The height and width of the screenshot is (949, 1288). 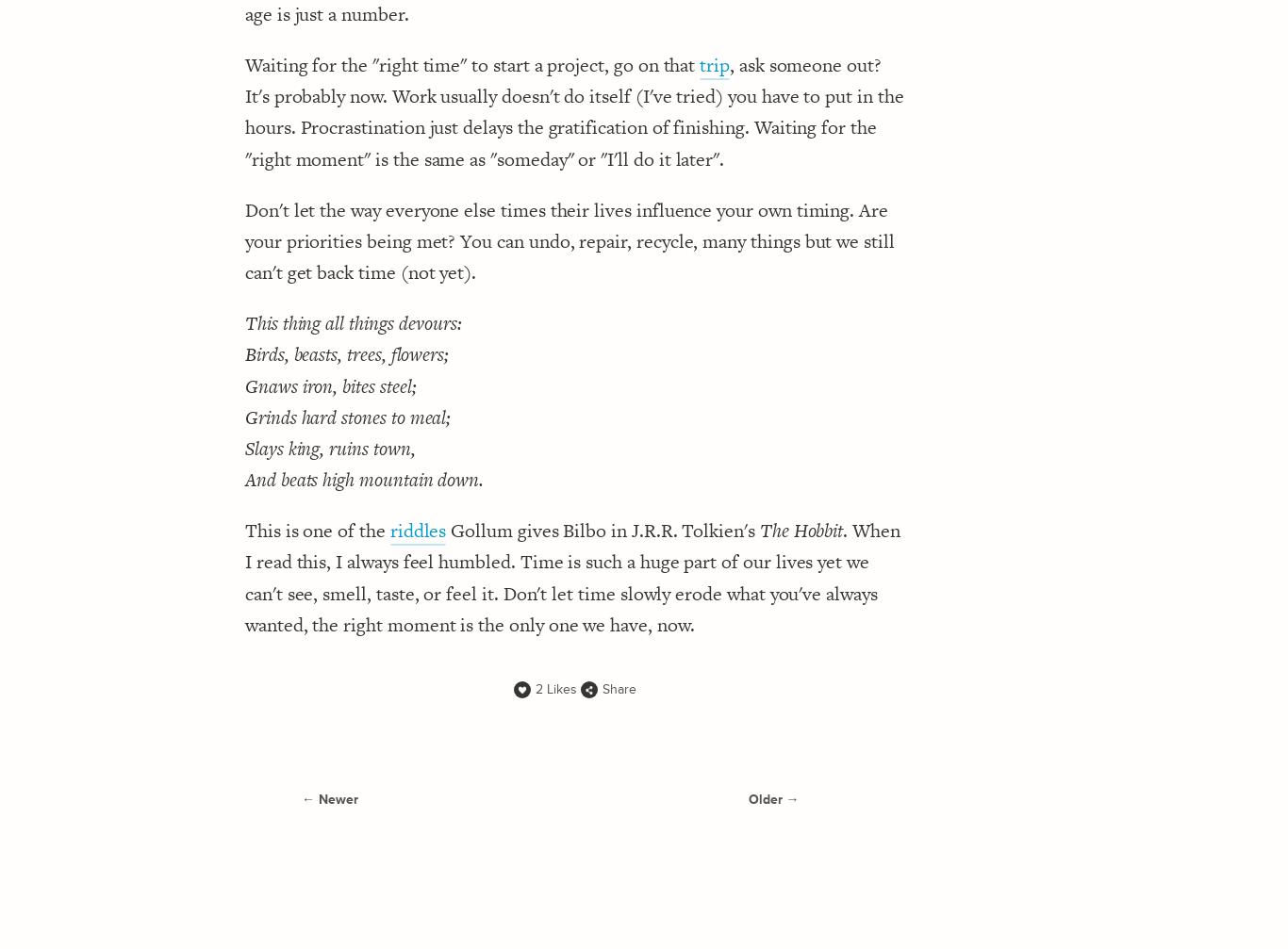 I want to click on 'The Hobbit', so click(x=800, y=530).